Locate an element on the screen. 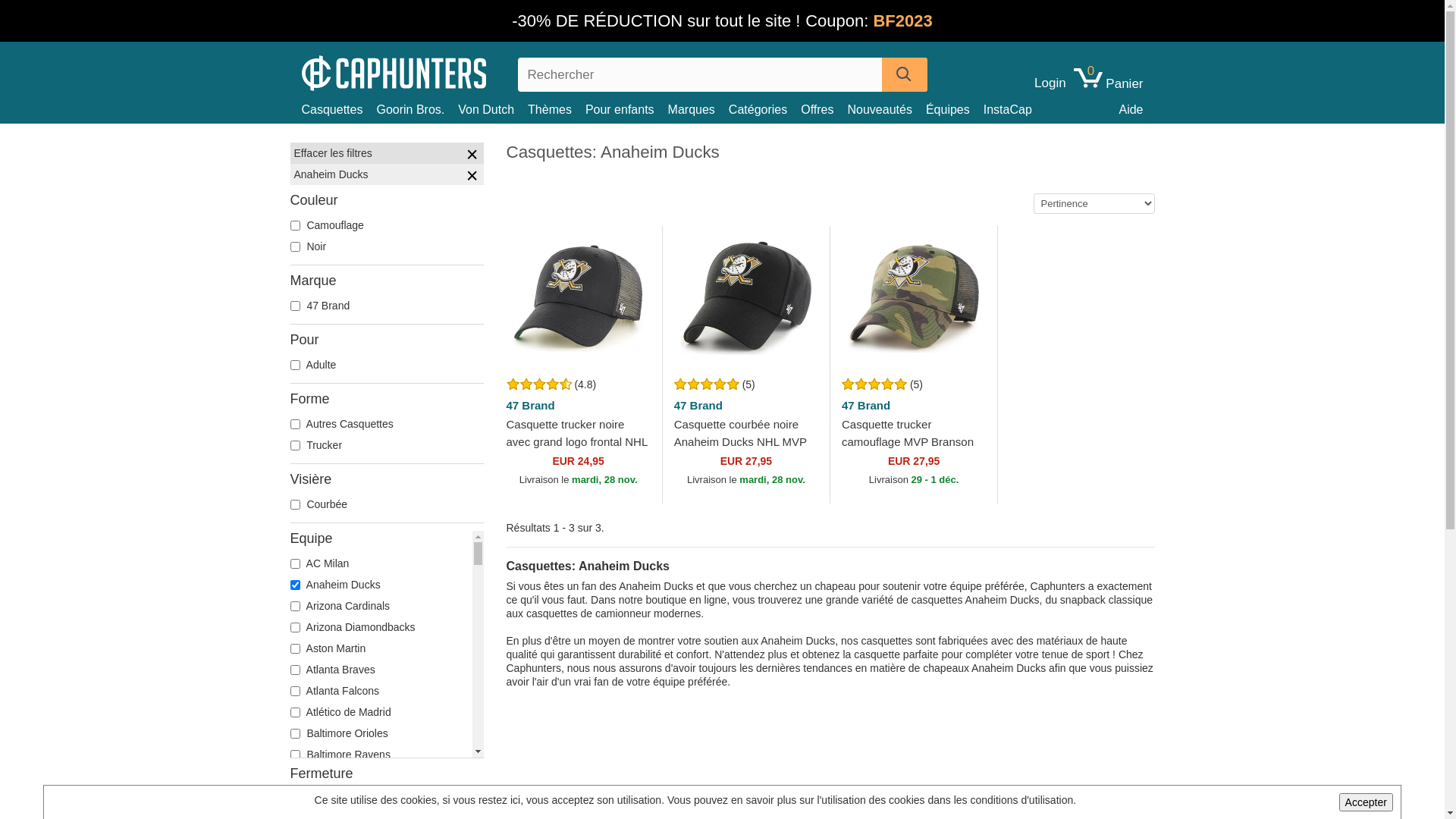  'Pour enfants' is located at coordinates (626, 108).